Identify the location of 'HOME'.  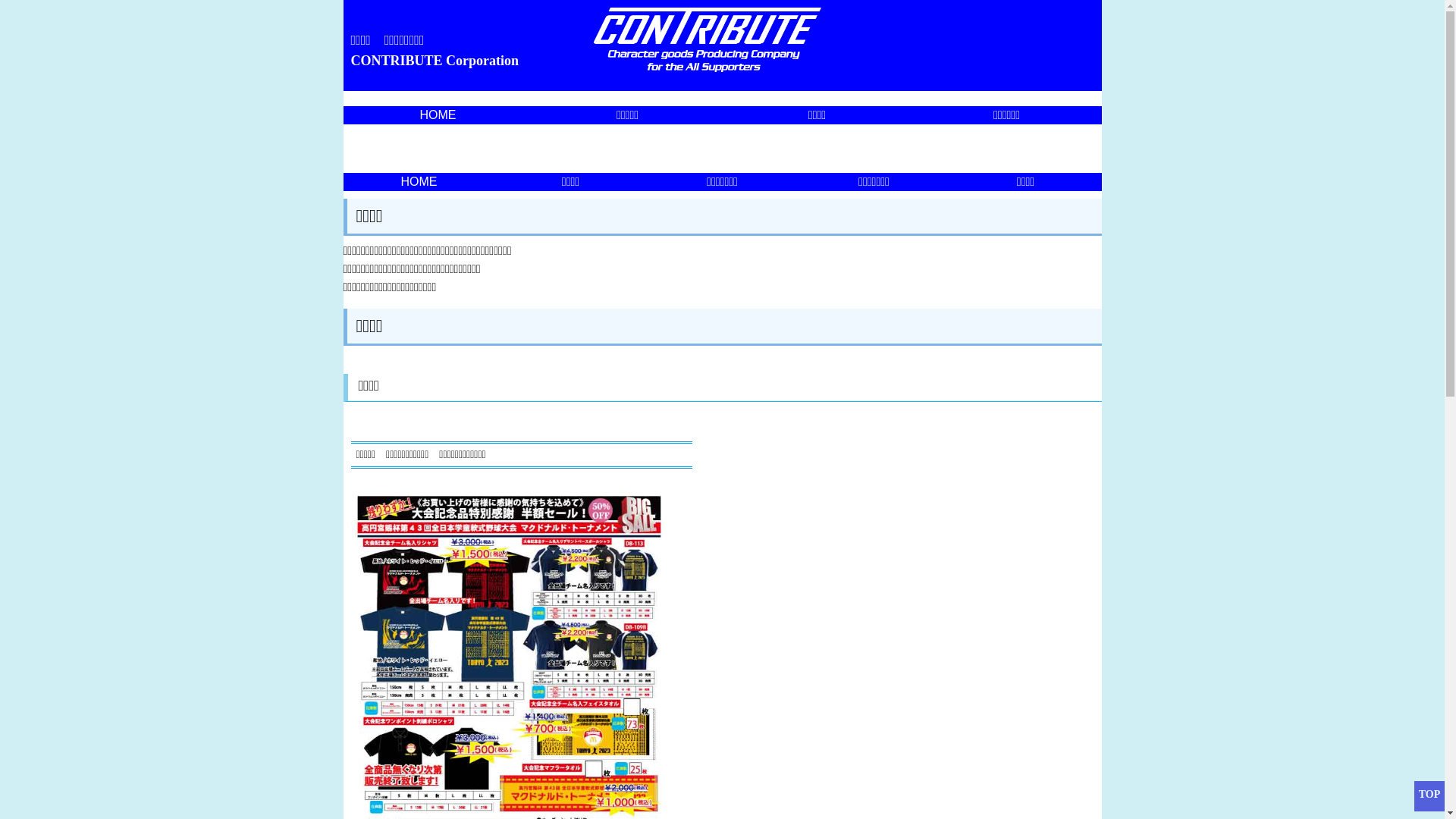
(419, 180).